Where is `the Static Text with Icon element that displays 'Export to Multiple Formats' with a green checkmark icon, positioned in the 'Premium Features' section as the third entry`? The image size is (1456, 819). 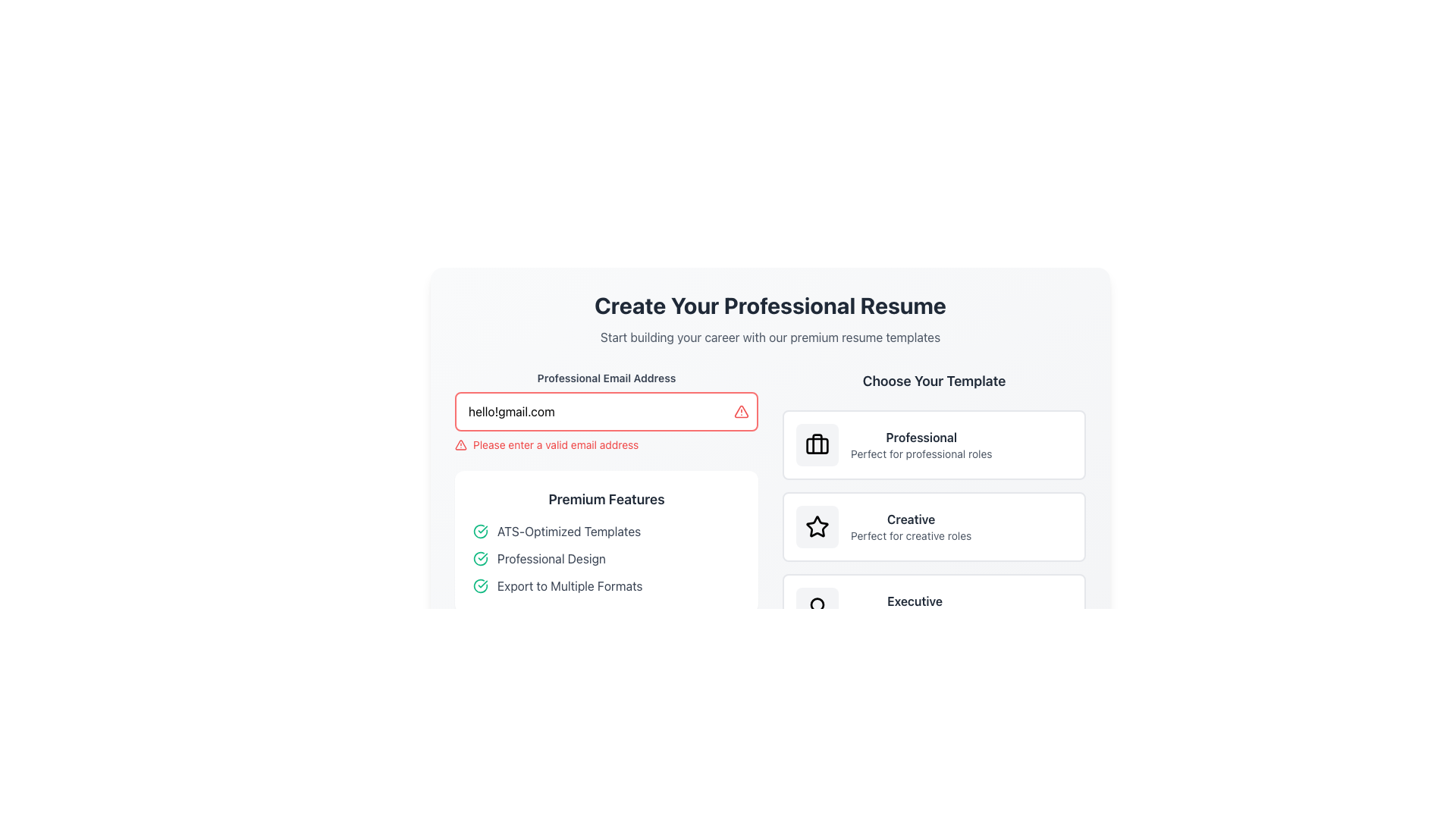
the Static Text with Icon element that displays 'Export to Multiple Formats' with a green checkmark icon, positioned in the 'Premium Features' section as the third entry is located at coordinates (607, 585).